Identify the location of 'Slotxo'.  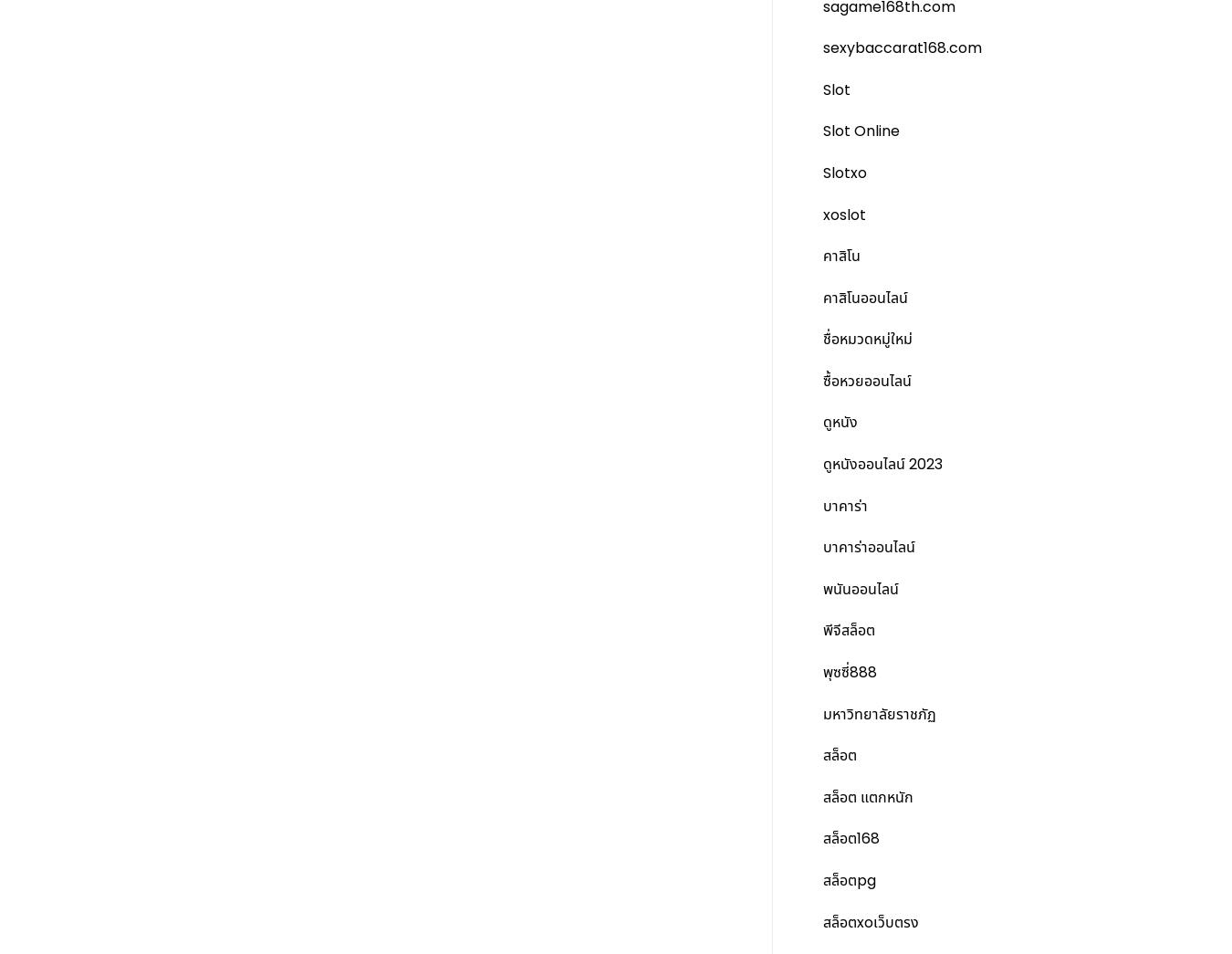
(843, 172).